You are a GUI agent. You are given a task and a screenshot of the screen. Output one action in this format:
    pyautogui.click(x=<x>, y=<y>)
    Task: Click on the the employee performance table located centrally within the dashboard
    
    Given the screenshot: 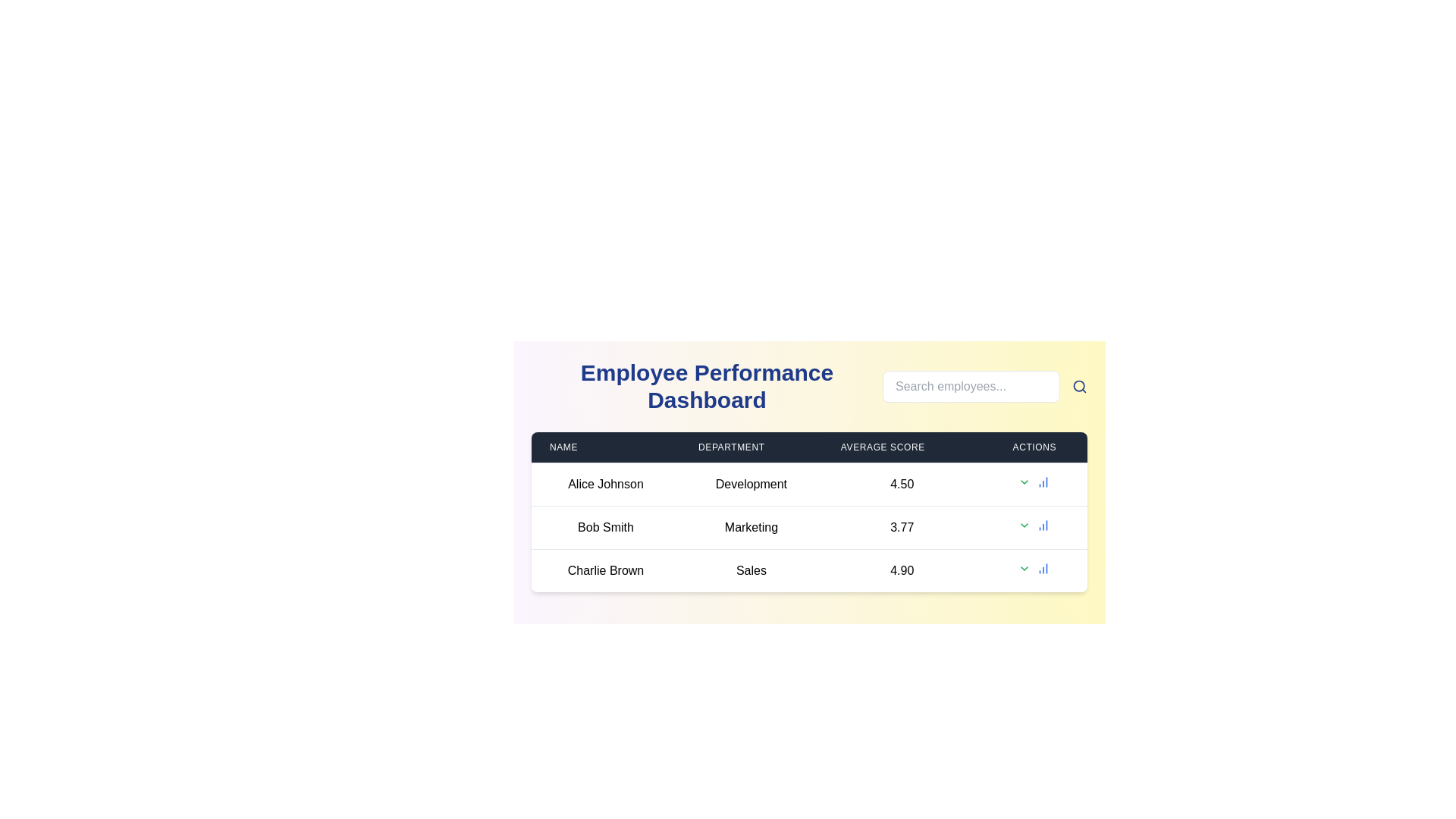 What is the action you would take?
    pyautogui.click(x=808, y=512)
    